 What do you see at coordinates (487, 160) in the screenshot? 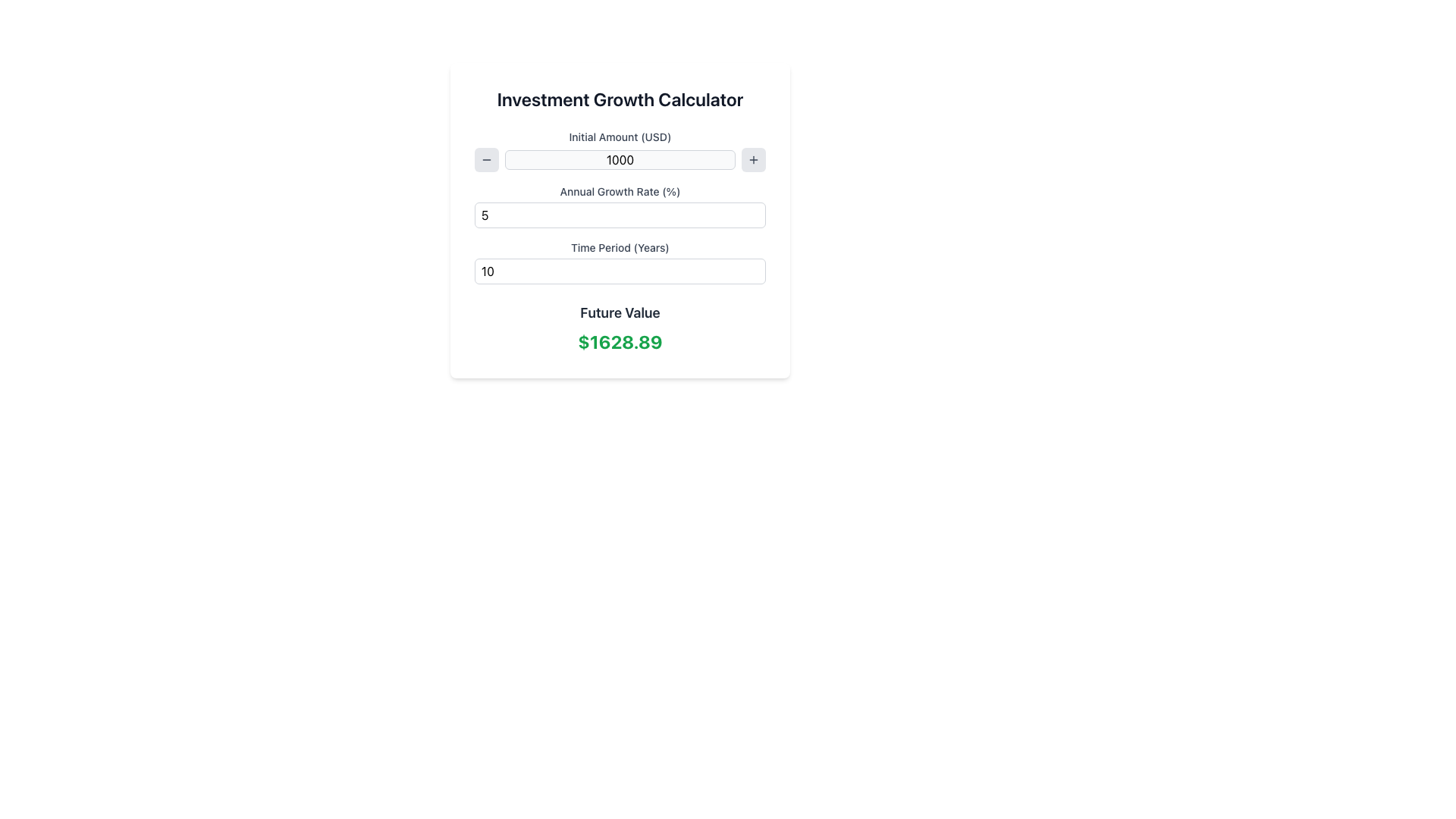
I see `the decrement button located to the left of the input field displaying '1000' to decrease the value` at bounding box center [487, 160].